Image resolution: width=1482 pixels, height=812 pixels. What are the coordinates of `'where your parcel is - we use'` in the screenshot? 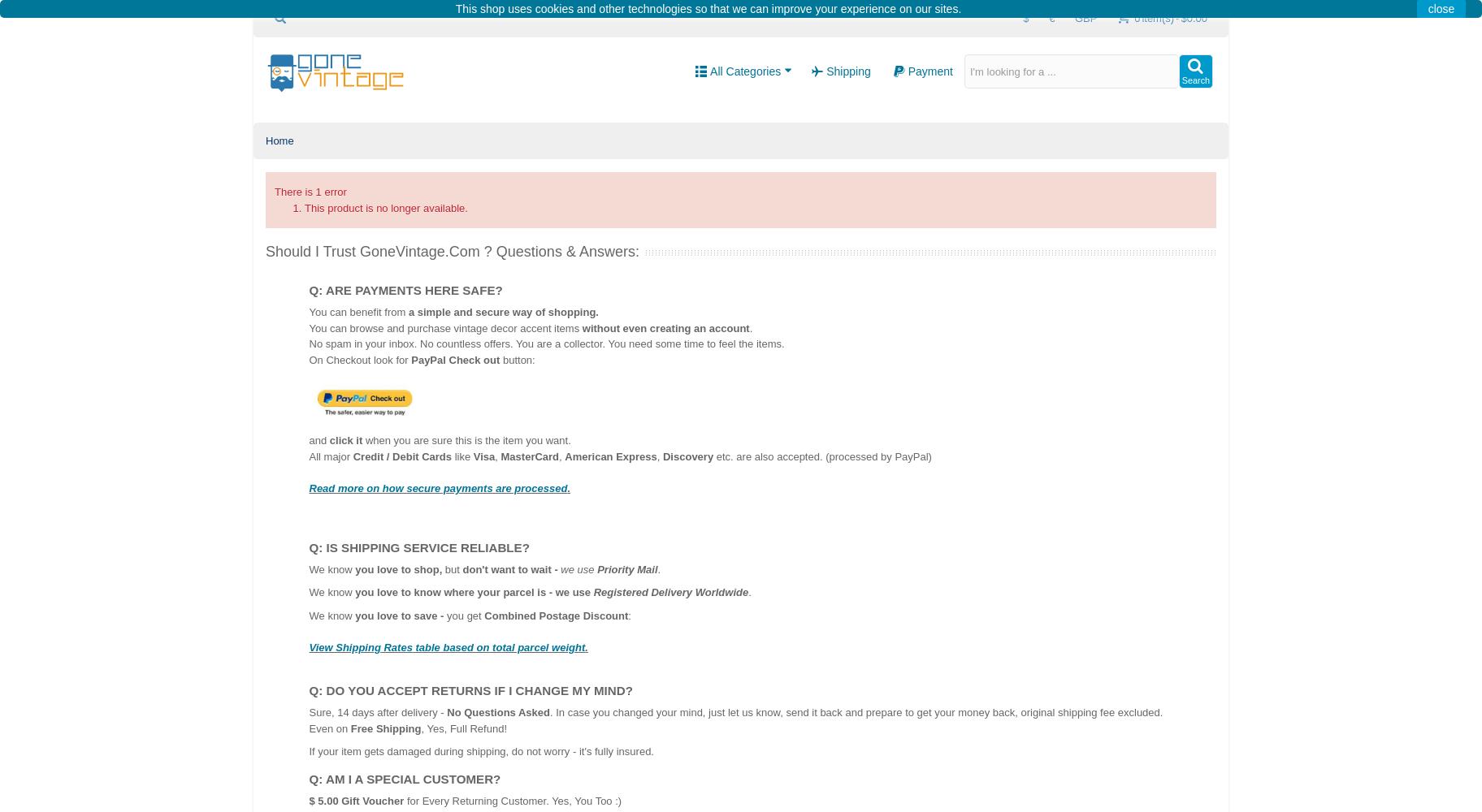 It's located at (516, 591).